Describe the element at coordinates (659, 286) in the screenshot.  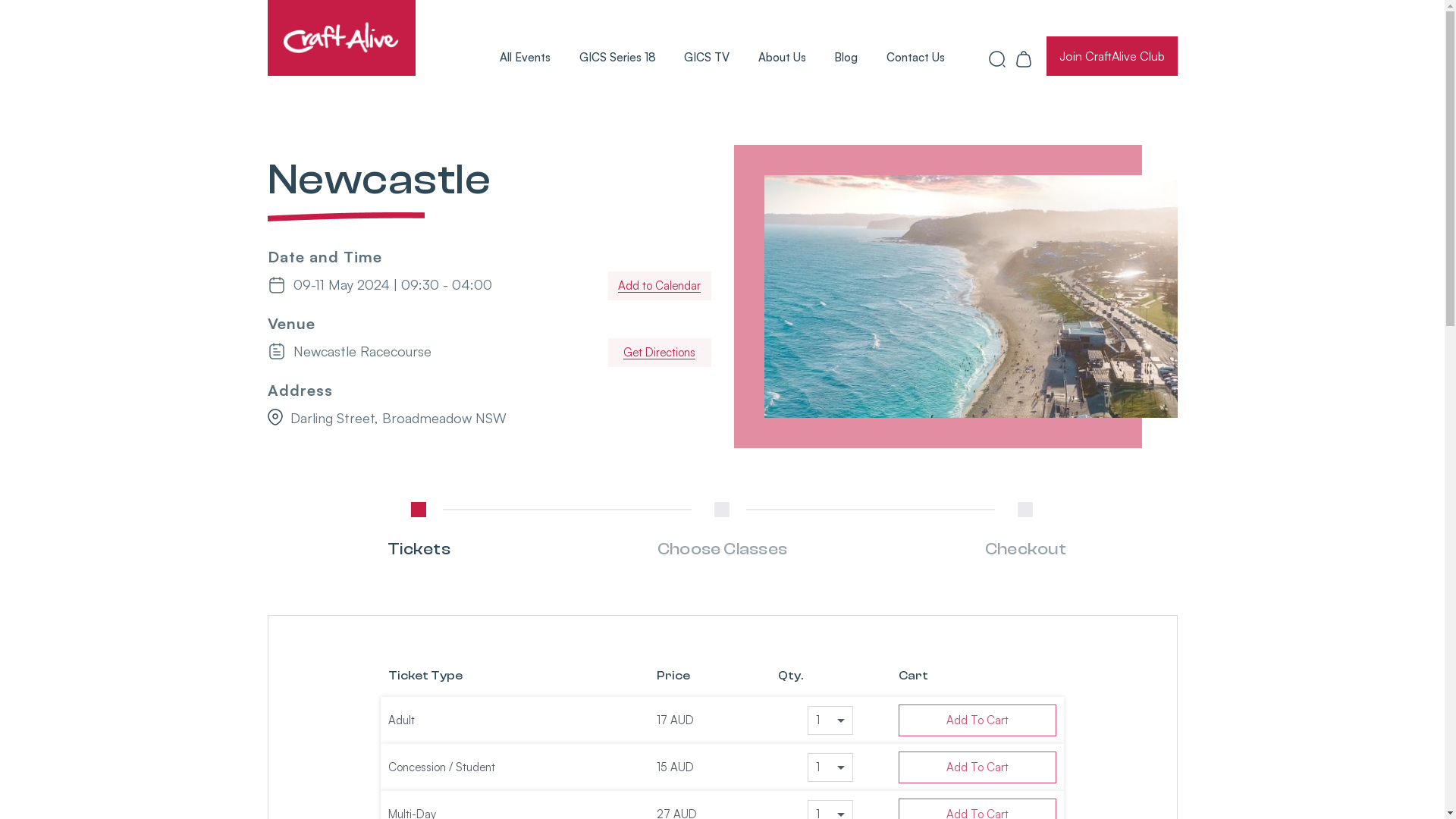
I see `'Add to Calendar'` at that location.